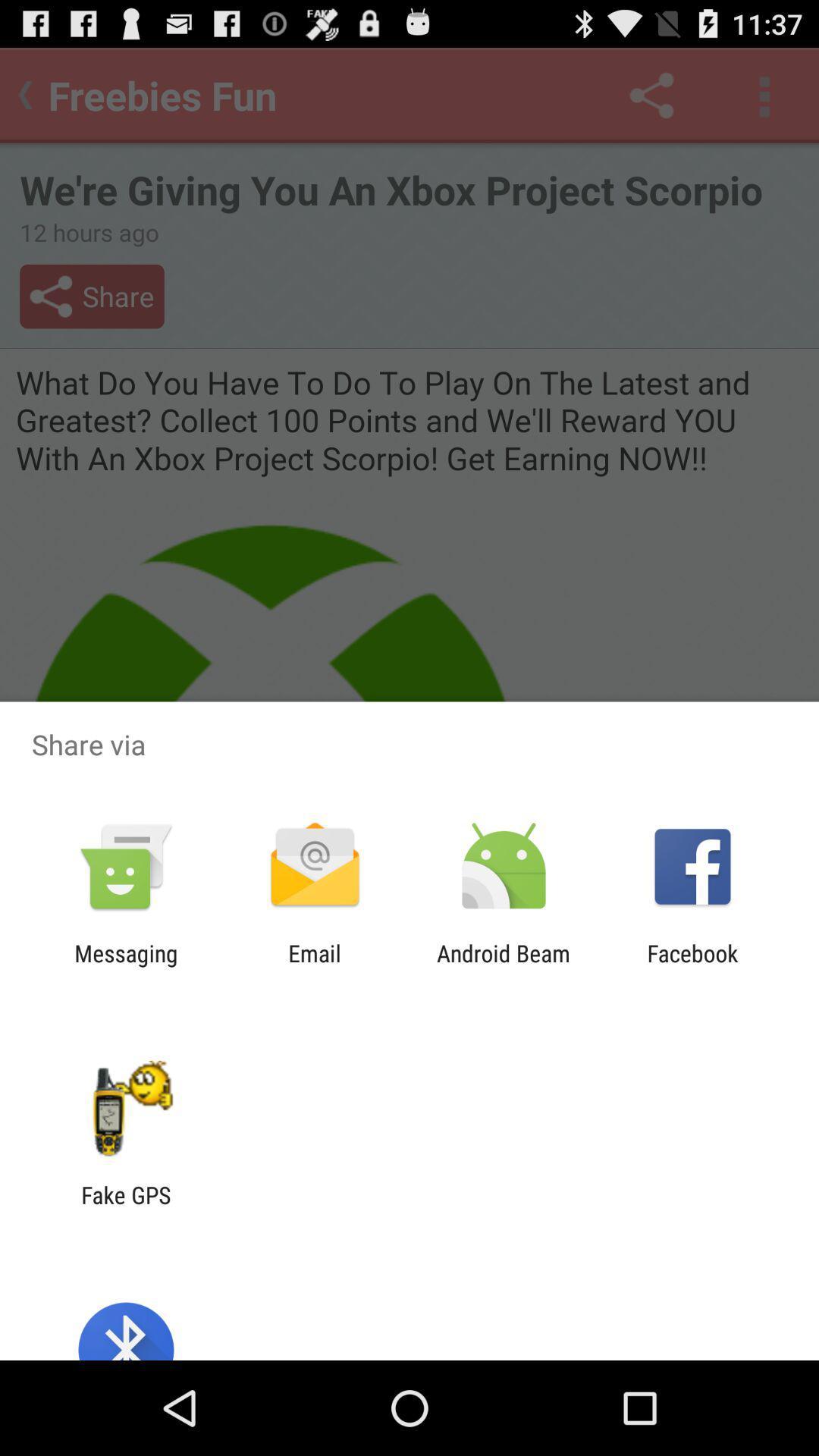 The height and width of the screenshot is (1456, 819). I want to click on messaging app, so click(125, 966).